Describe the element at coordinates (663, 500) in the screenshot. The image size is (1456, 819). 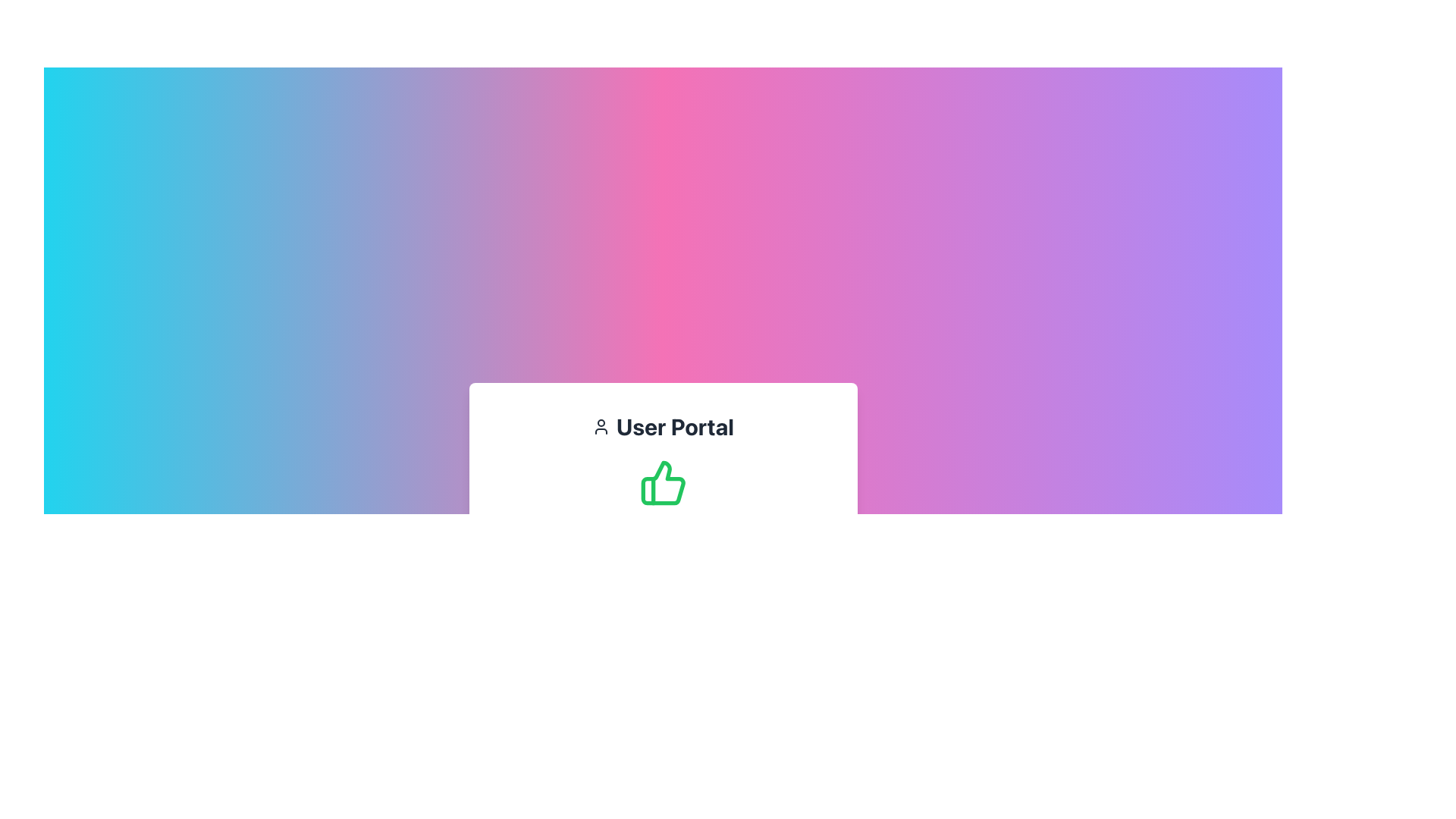
I see `the green thumbs-up icon located centrally within a white rounded rectangle card, which is the focal point of the 'User Portal' section` at that location.